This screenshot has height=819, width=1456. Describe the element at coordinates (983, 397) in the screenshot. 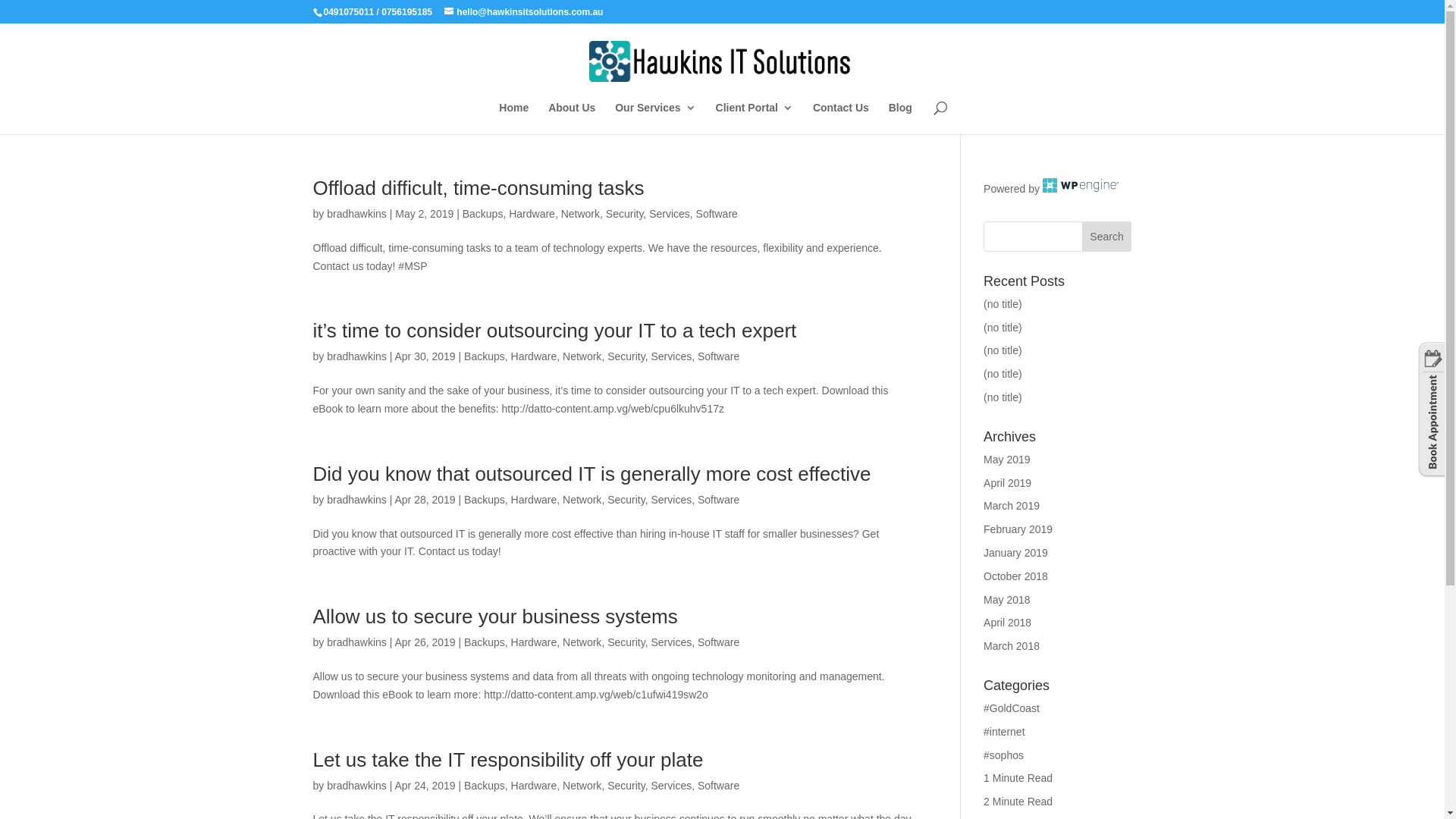

I see `'(no title)'` at that location.